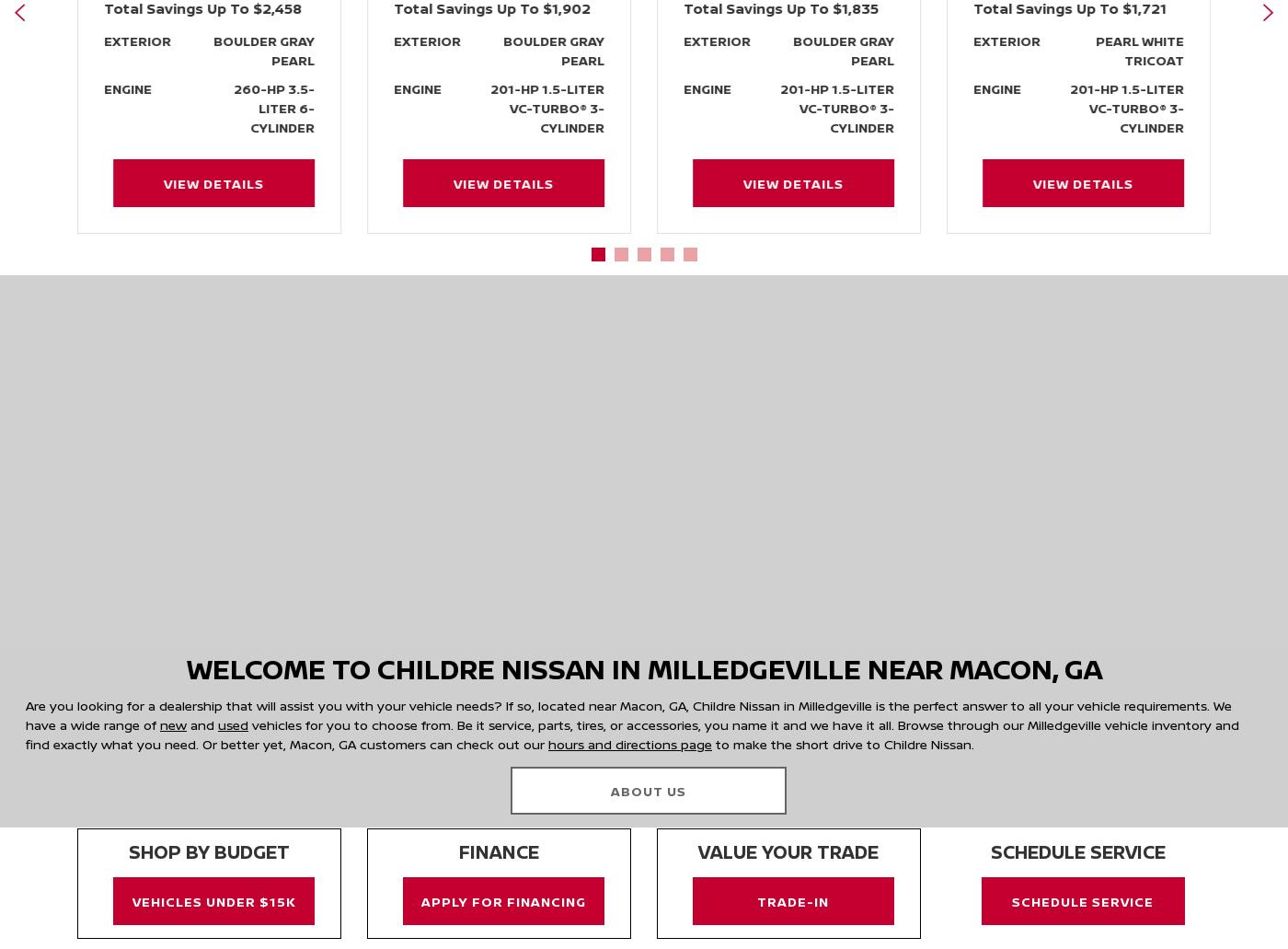  What do you see at coordinates (788, 851) in the screenshot?
I see `'Value your trade'` at bounding box center [788, 851].